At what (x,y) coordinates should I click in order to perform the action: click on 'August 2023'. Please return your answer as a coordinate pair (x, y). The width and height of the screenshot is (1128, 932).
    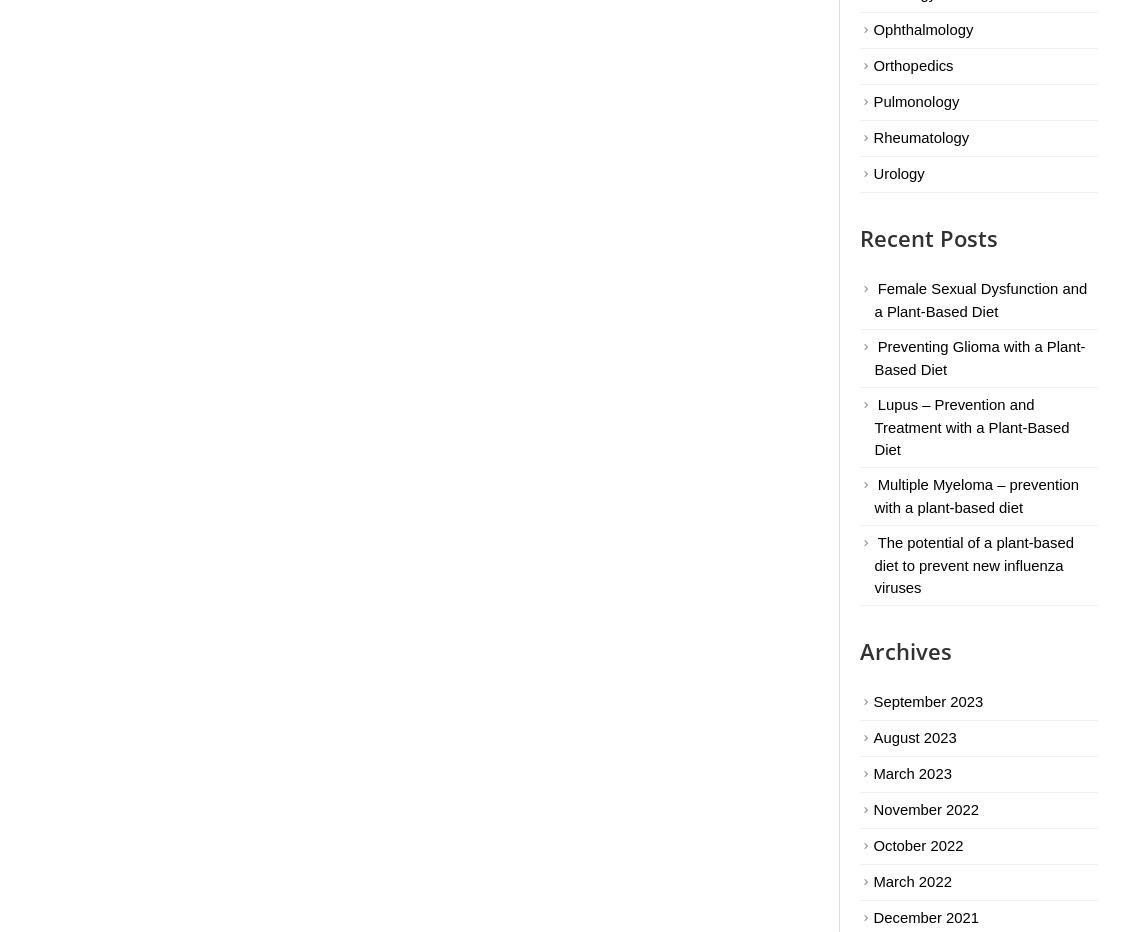
    Looking at the image, I should click on (913, 736).